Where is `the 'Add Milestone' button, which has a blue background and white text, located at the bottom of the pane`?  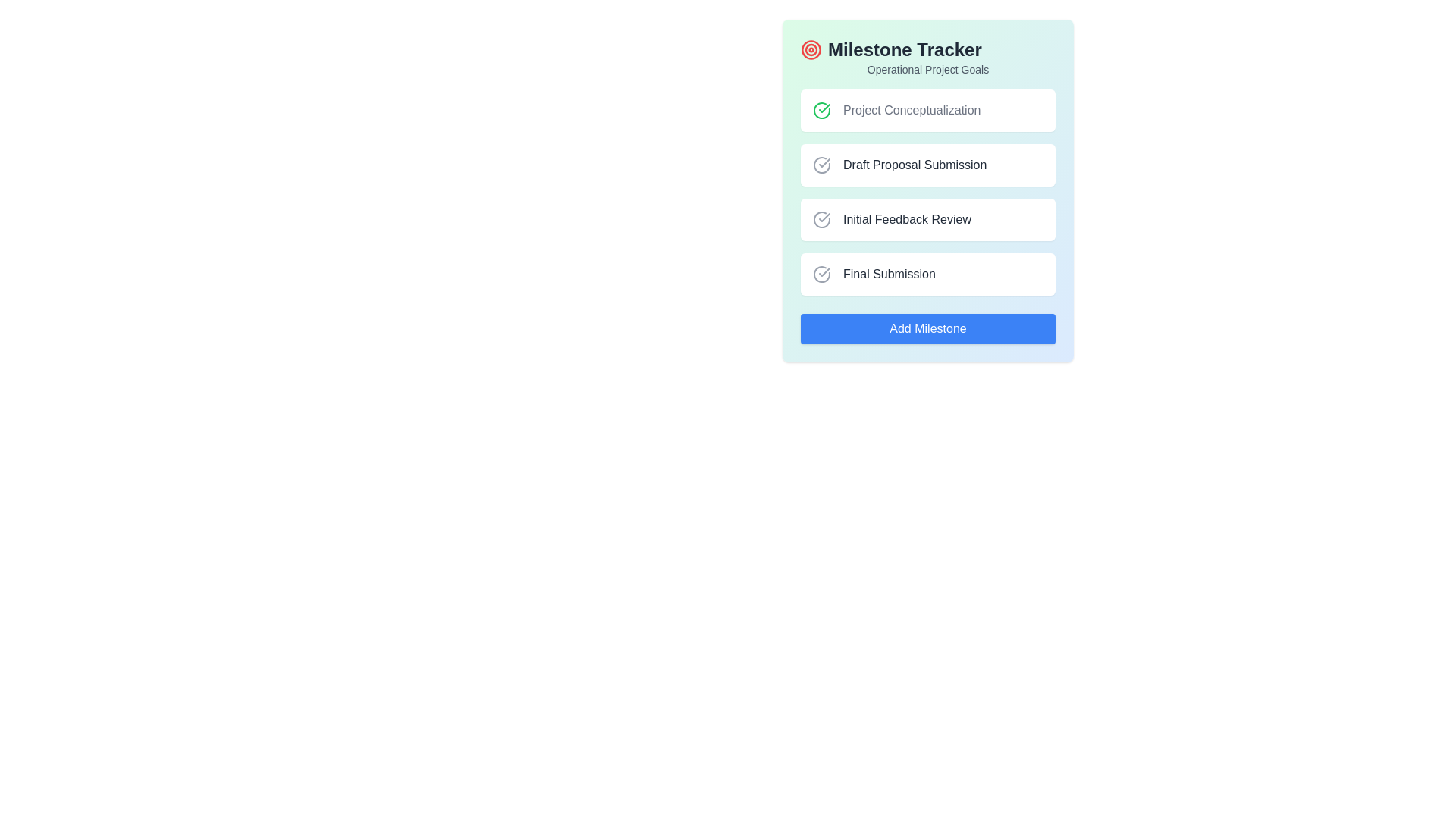
the 'Add Milestone' button, which has a blue background and white text, located at the bottom of the pane is located at coordinates (927, 328).